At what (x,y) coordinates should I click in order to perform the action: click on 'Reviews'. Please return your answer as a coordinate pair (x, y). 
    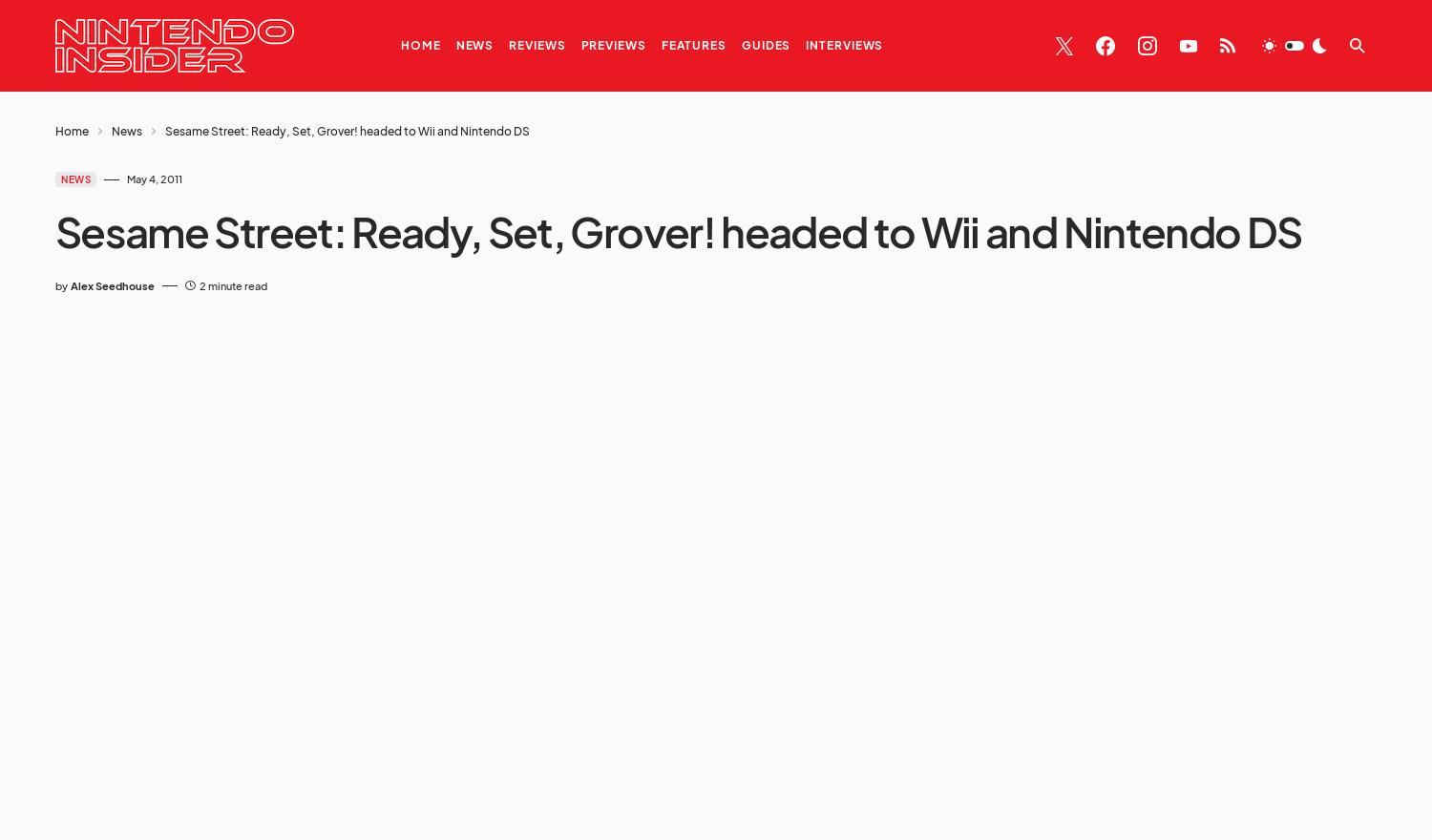
    Looking at the image, I should click on (537, 45).